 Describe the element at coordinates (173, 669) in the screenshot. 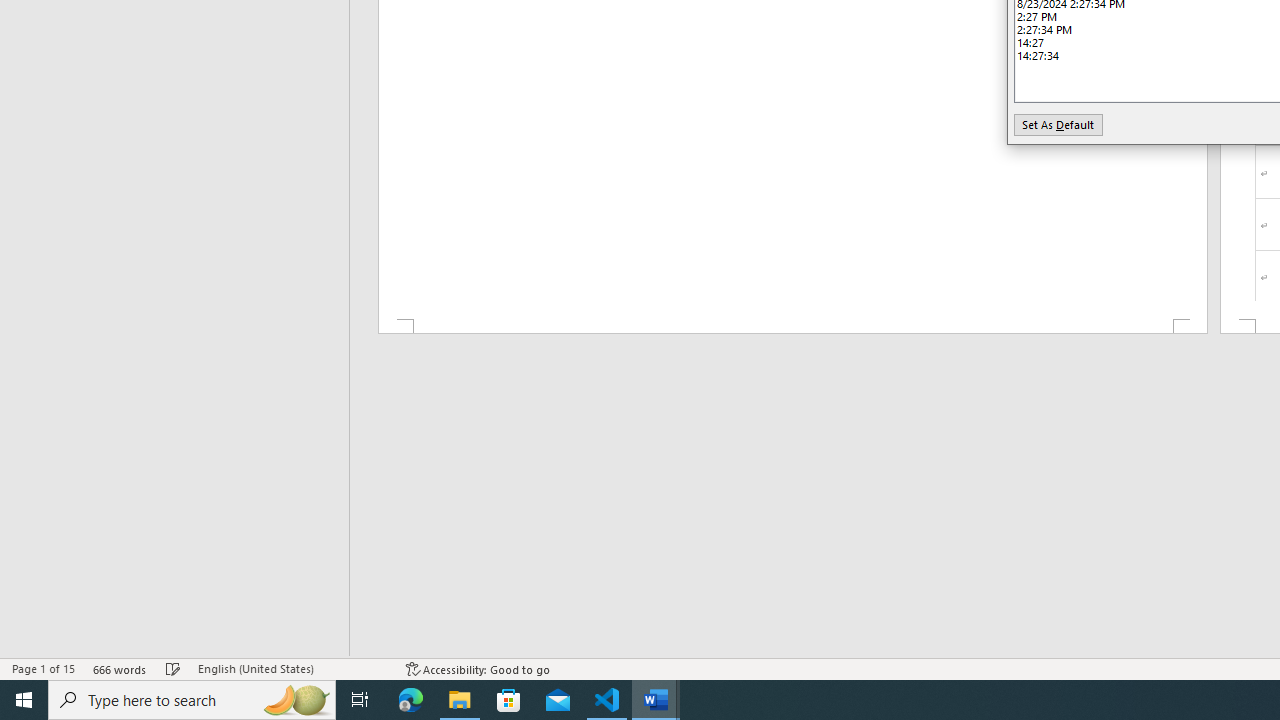

I see `'Spelling and Grammar Check Checking'` at that location.